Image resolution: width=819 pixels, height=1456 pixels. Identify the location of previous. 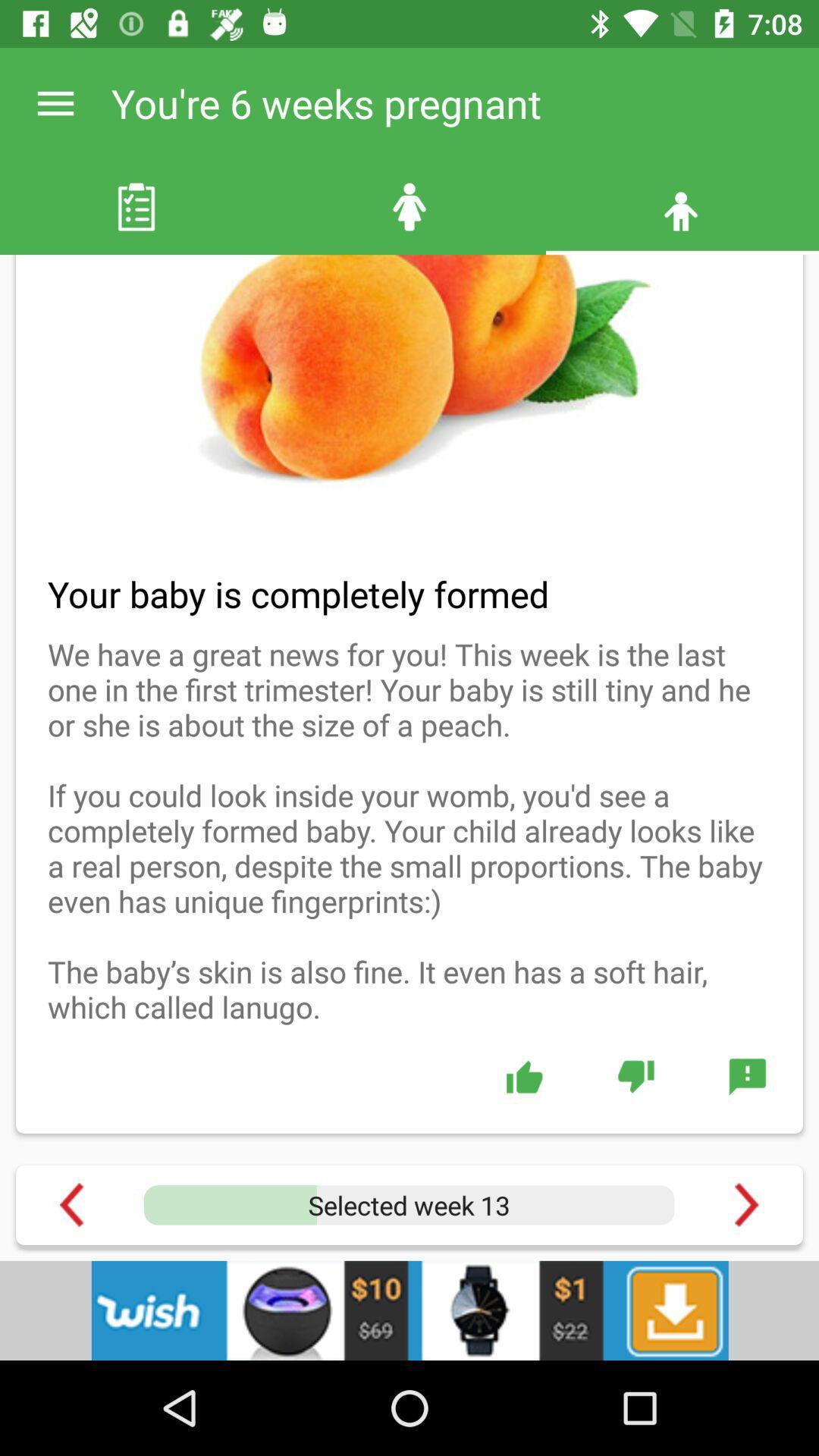
(71, 1204).